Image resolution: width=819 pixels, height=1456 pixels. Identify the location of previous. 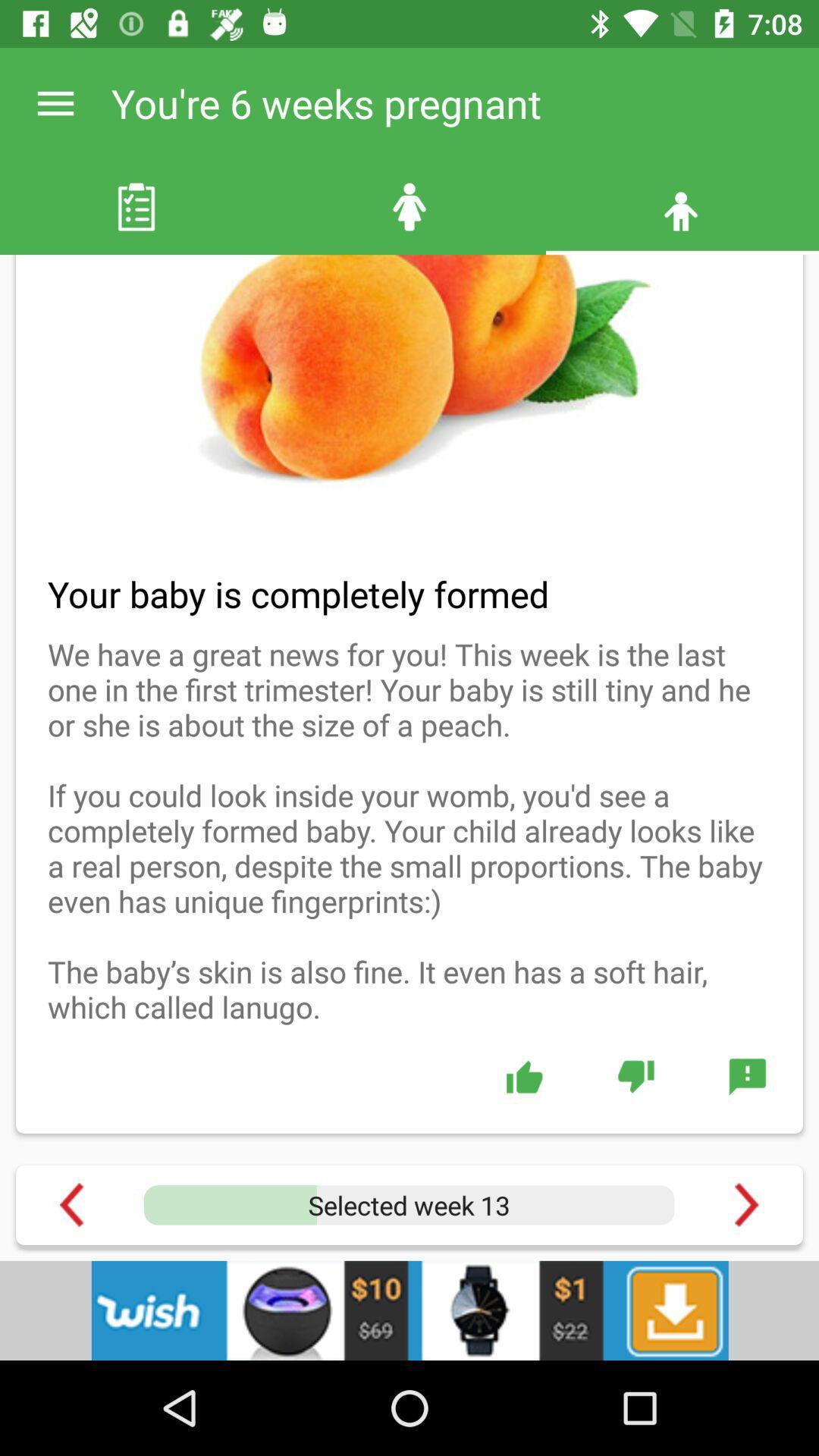
(71, 1204).